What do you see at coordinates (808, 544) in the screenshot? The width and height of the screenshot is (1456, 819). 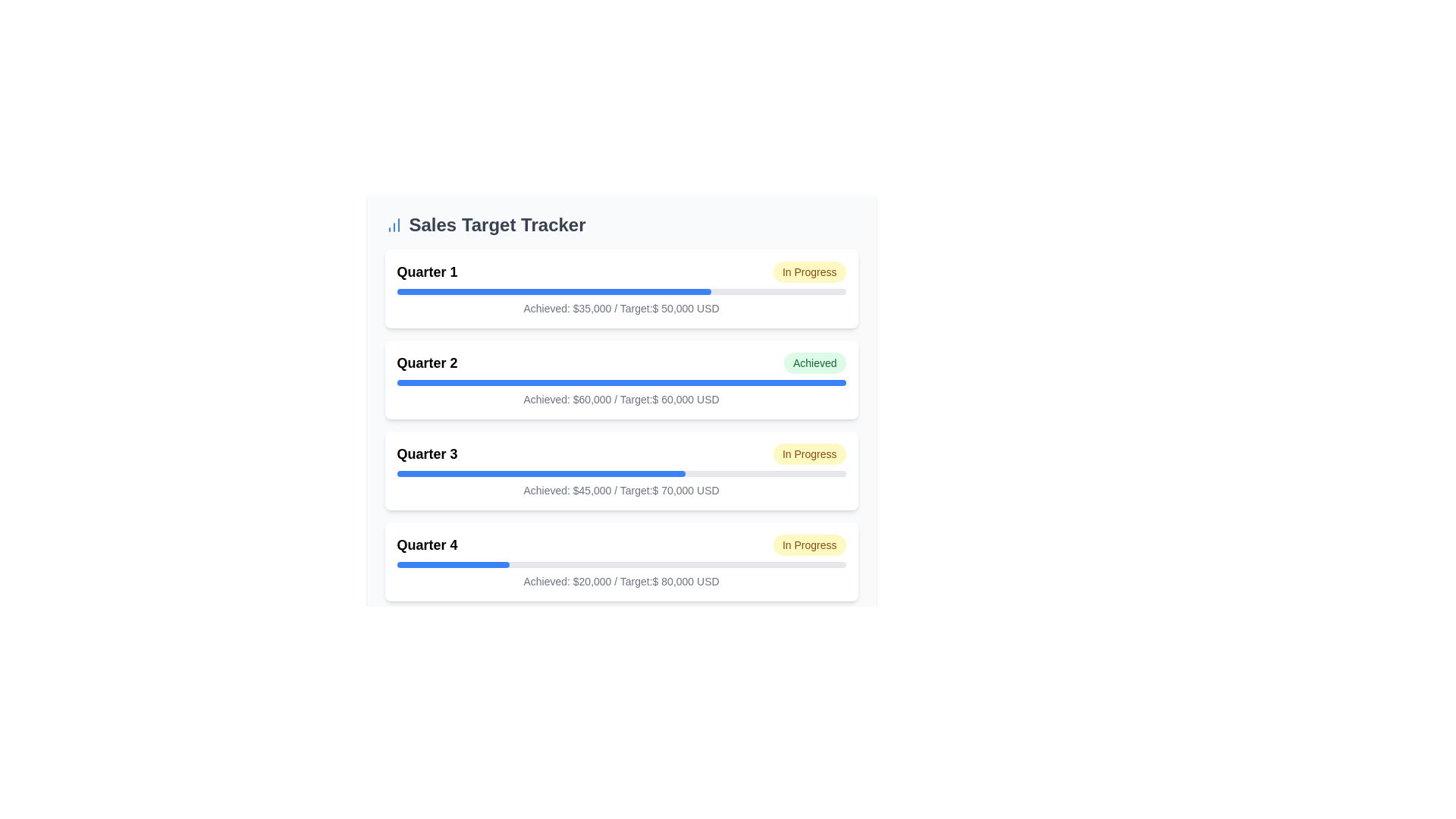 I see `the Status label displaying 'In Progress' with a yellow background and brown text, located to the right of the 'Quarter 4' title in the bottom right section of the UI` at bounding box center [808, 544].